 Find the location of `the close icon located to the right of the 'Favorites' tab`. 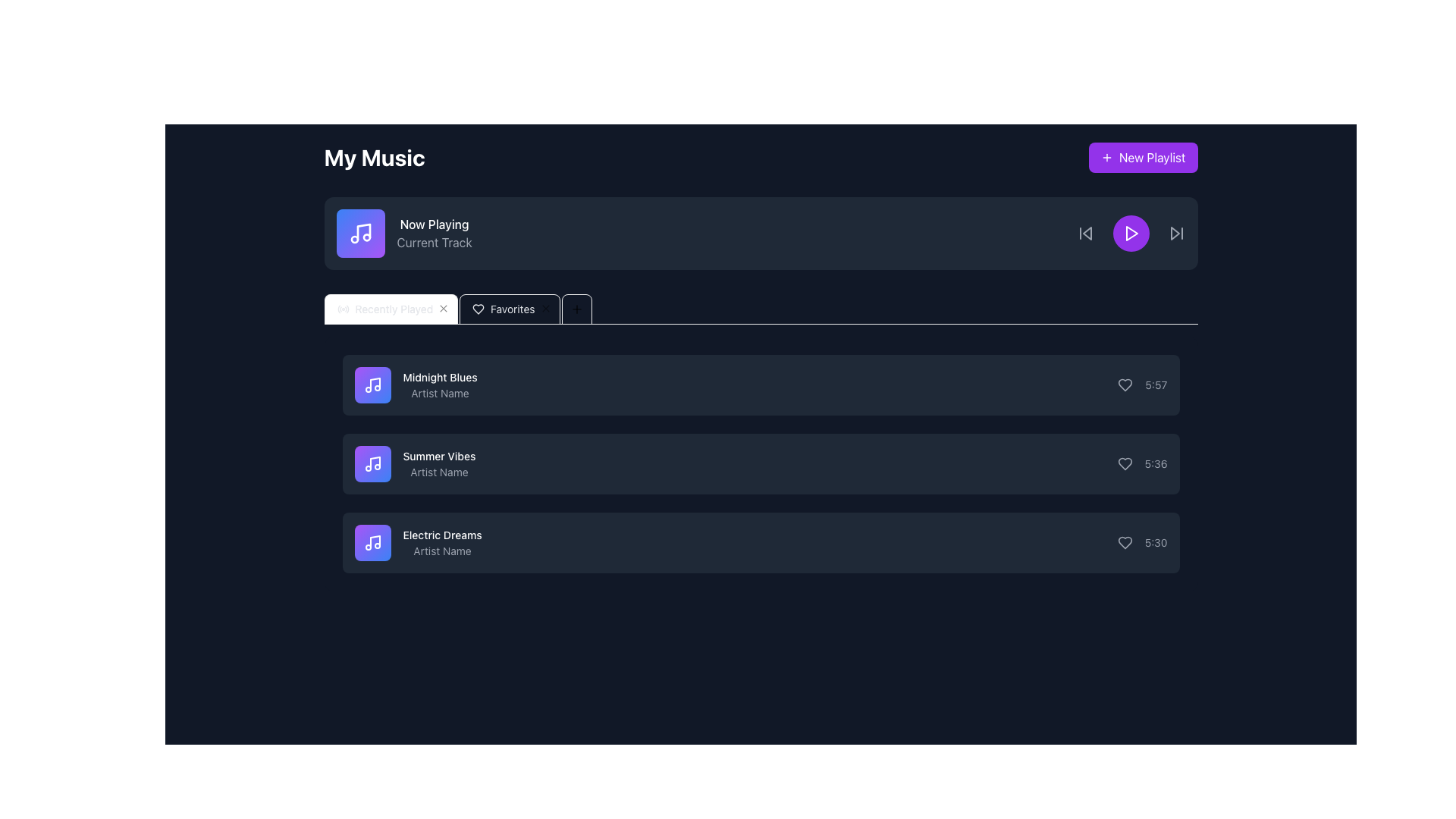

the close icon located to the right of the 'Favorites' tab is located at coordinates (443, 308).